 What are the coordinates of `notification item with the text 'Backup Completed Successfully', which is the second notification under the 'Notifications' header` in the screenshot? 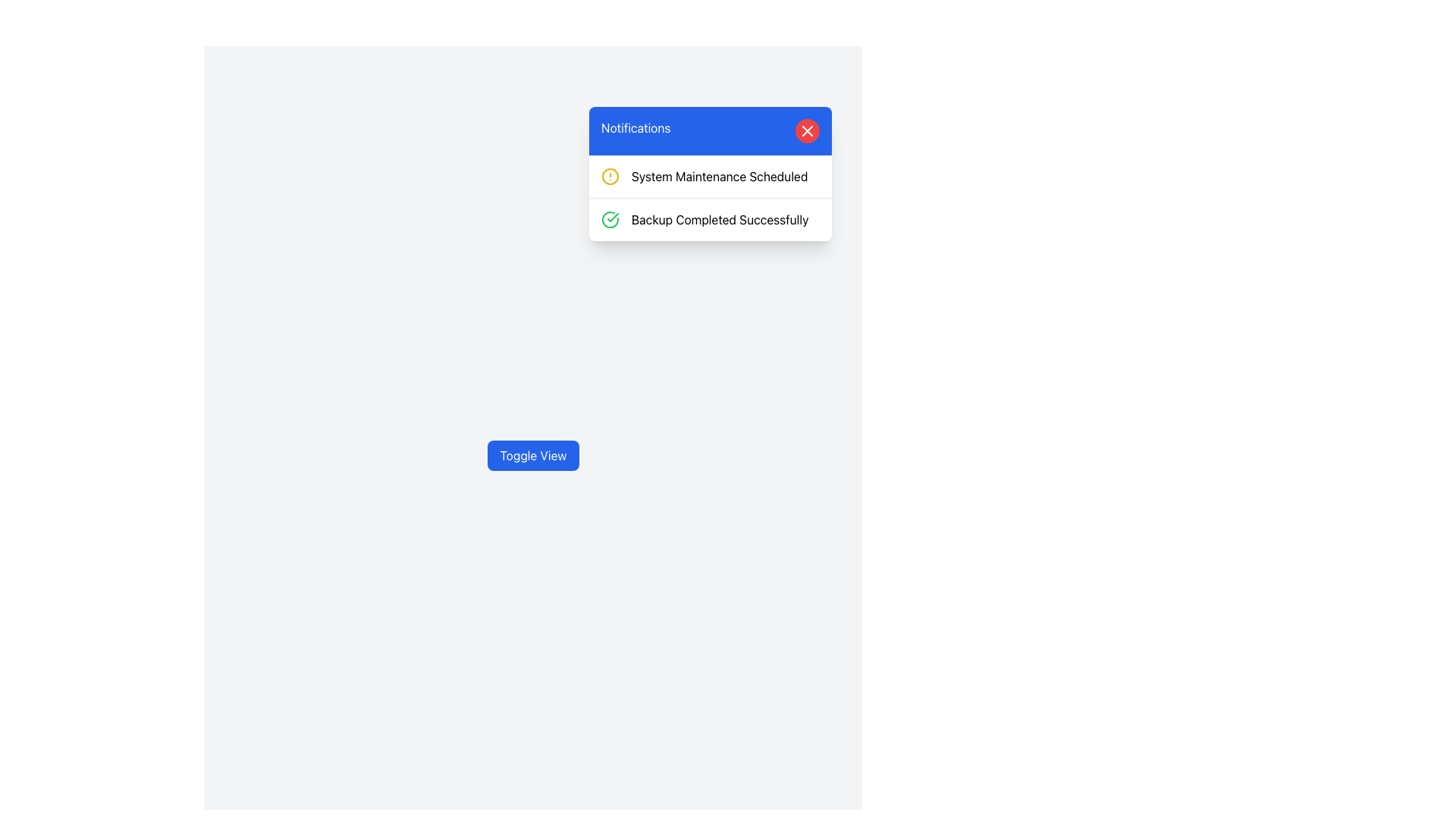 It's located at (709, 219).